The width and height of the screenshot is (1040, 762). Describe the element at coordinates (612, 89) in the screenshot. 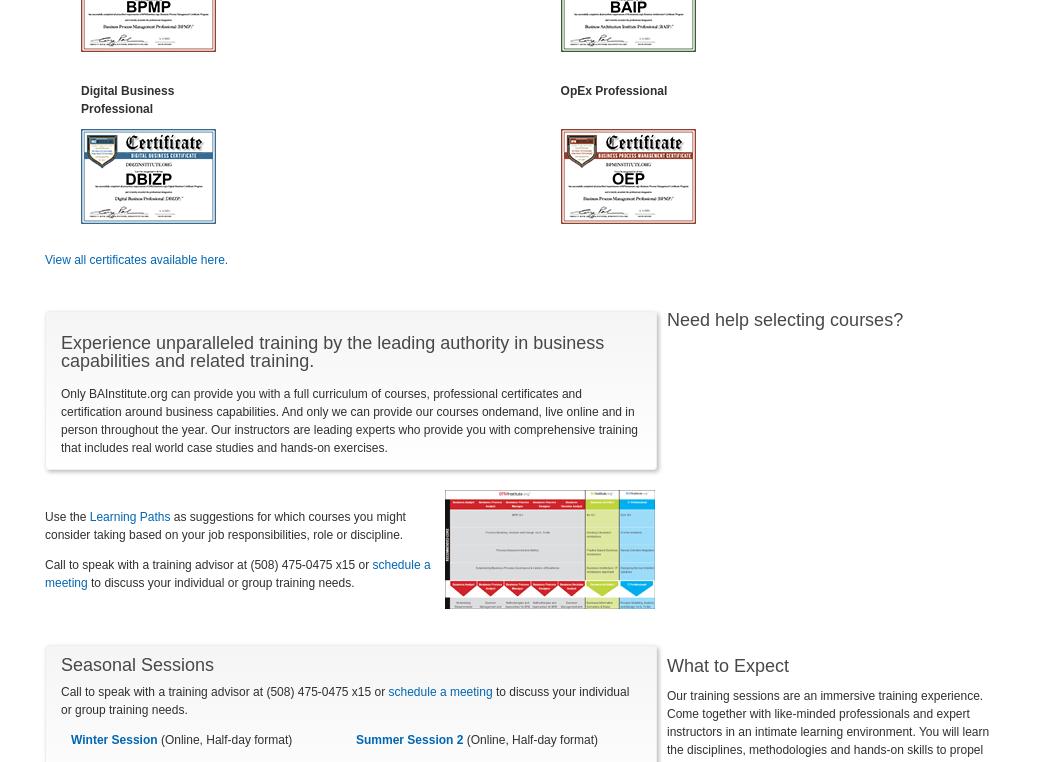

I see `'OpEx Professional'` at that location.